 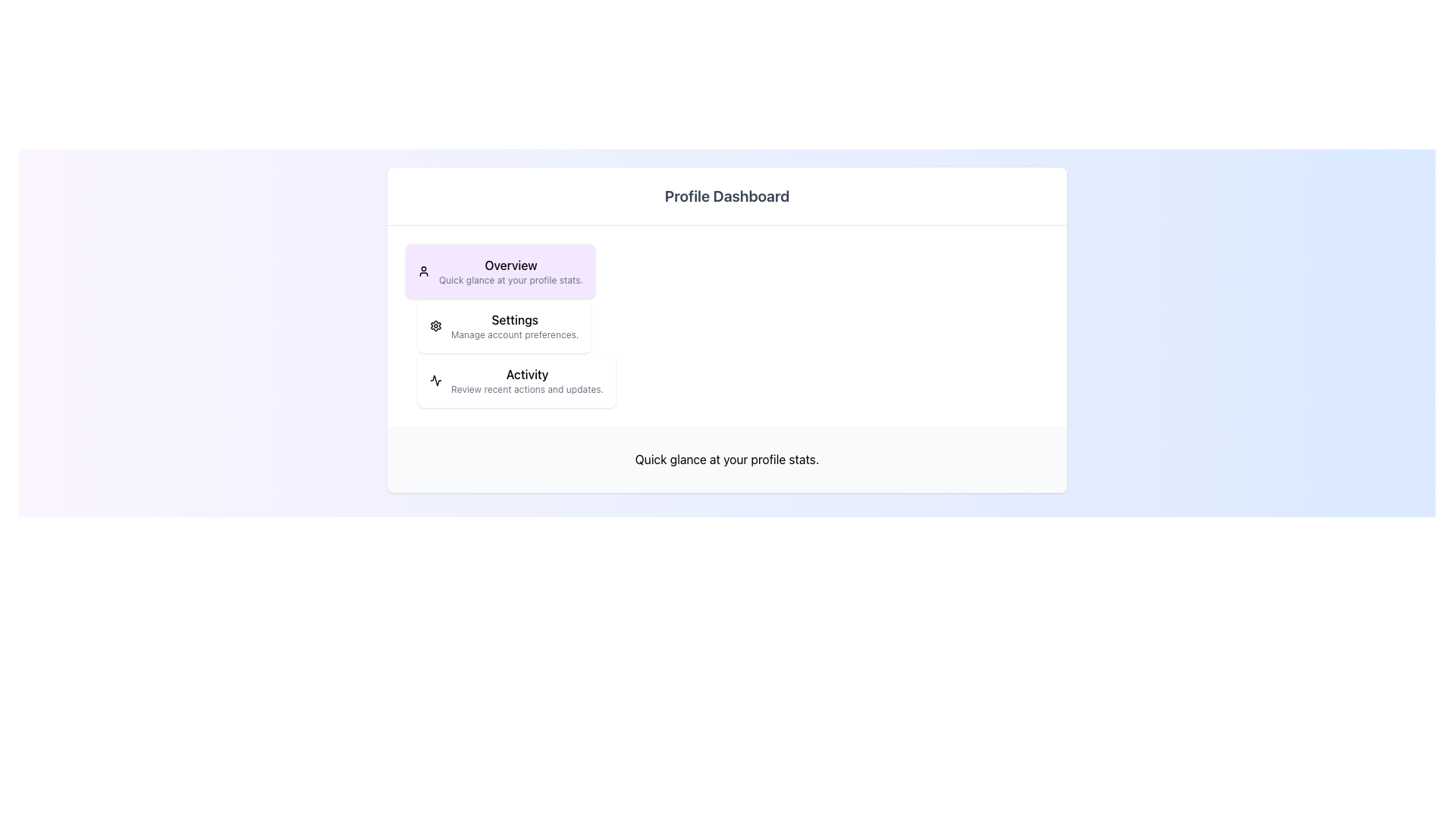 What do you see at coordinates (504, 325) in the screenshot?
I see `the navigational button labeled for managing account preferences, positioned centrally between 'Overview' and 'Activity'` at bounding box center [504, 325].